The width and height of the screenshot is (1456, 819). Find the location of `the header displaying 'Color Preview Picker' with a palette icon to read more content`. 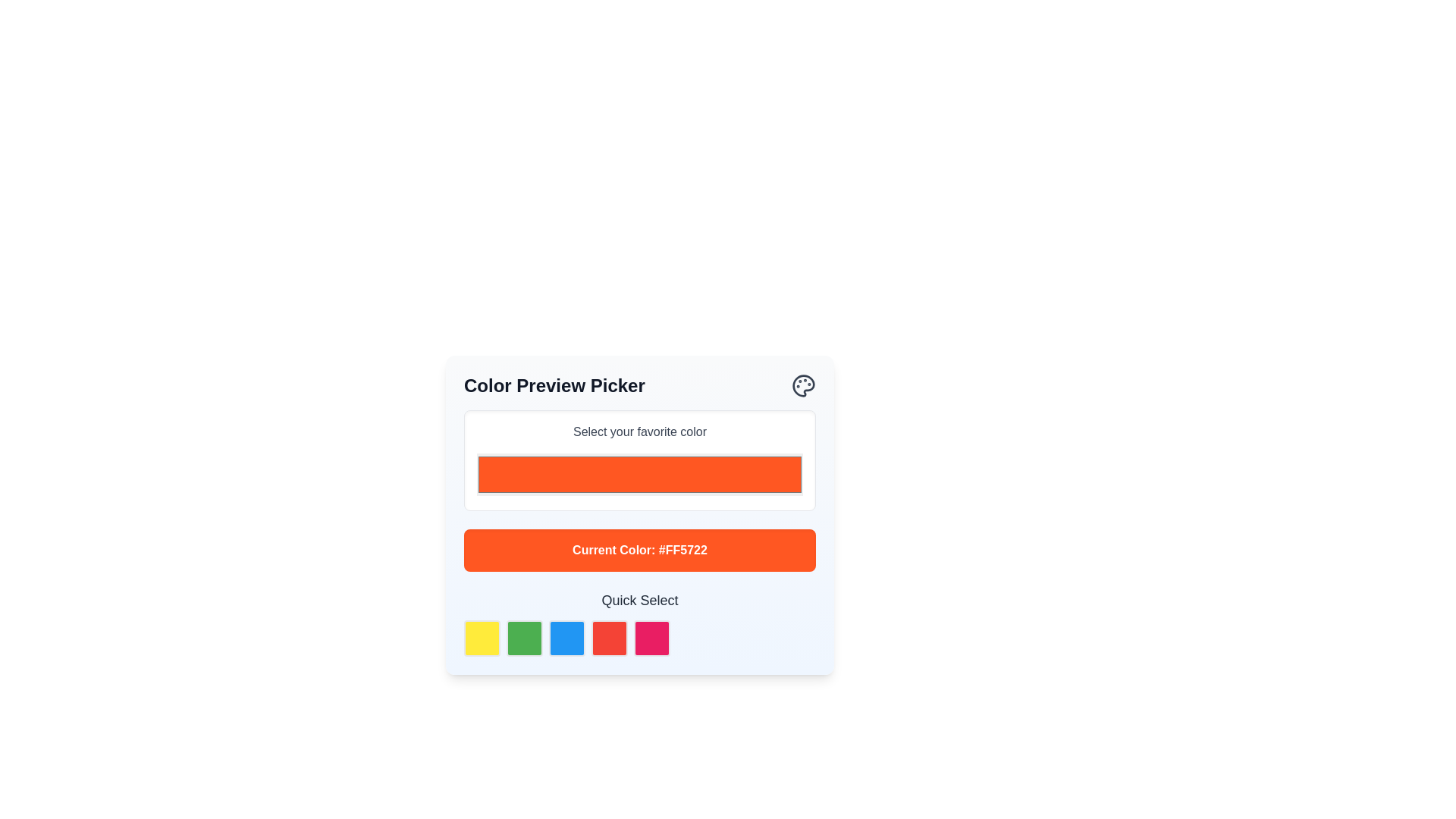

the header displaying 'Color Preview Picker' with a palette icon to read more content is located at coordinates (640, 385).